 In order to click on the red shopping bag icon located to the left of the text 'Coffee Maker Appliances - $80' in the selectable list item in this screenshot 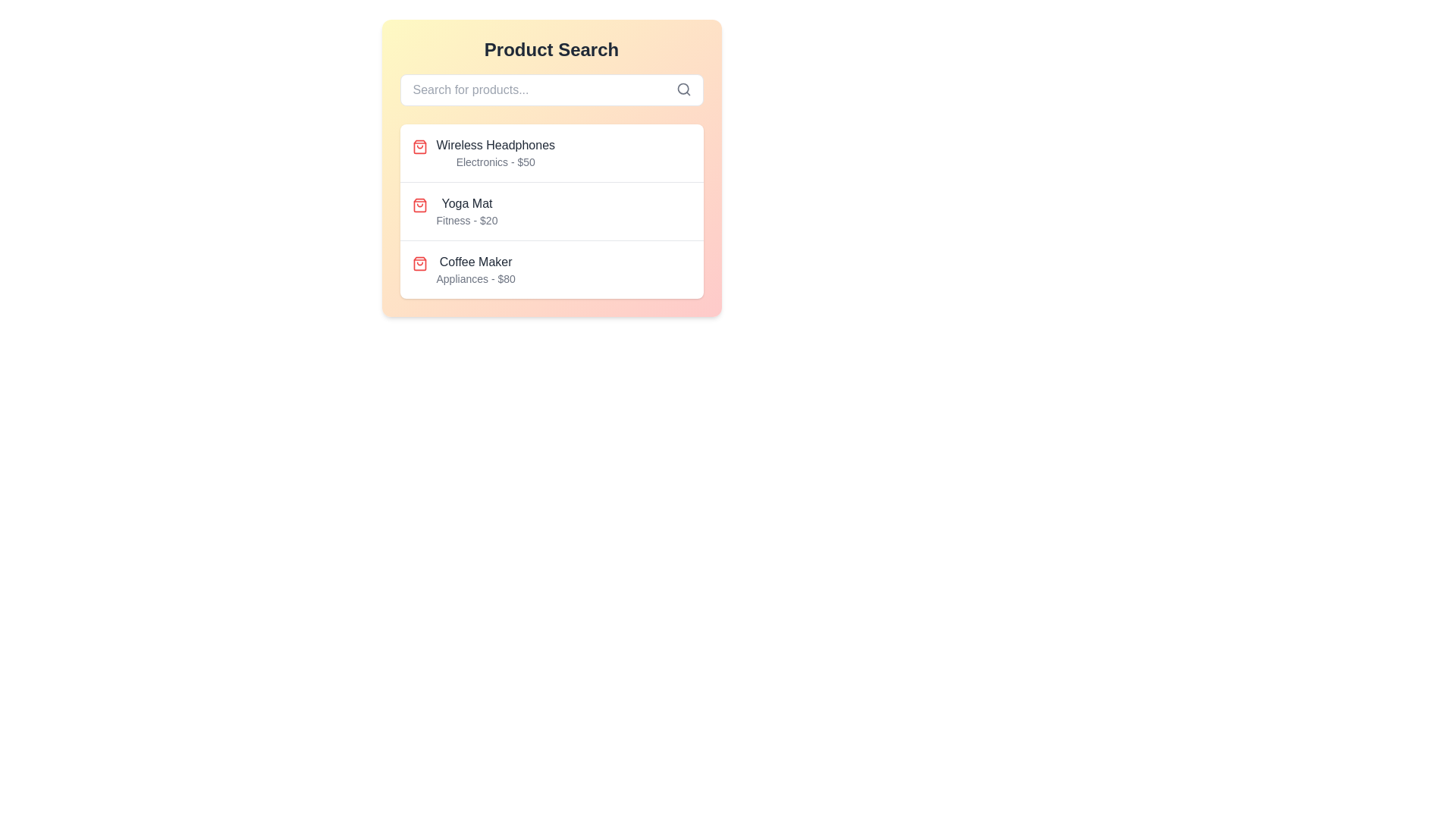, I will do `click(419, 262)`.